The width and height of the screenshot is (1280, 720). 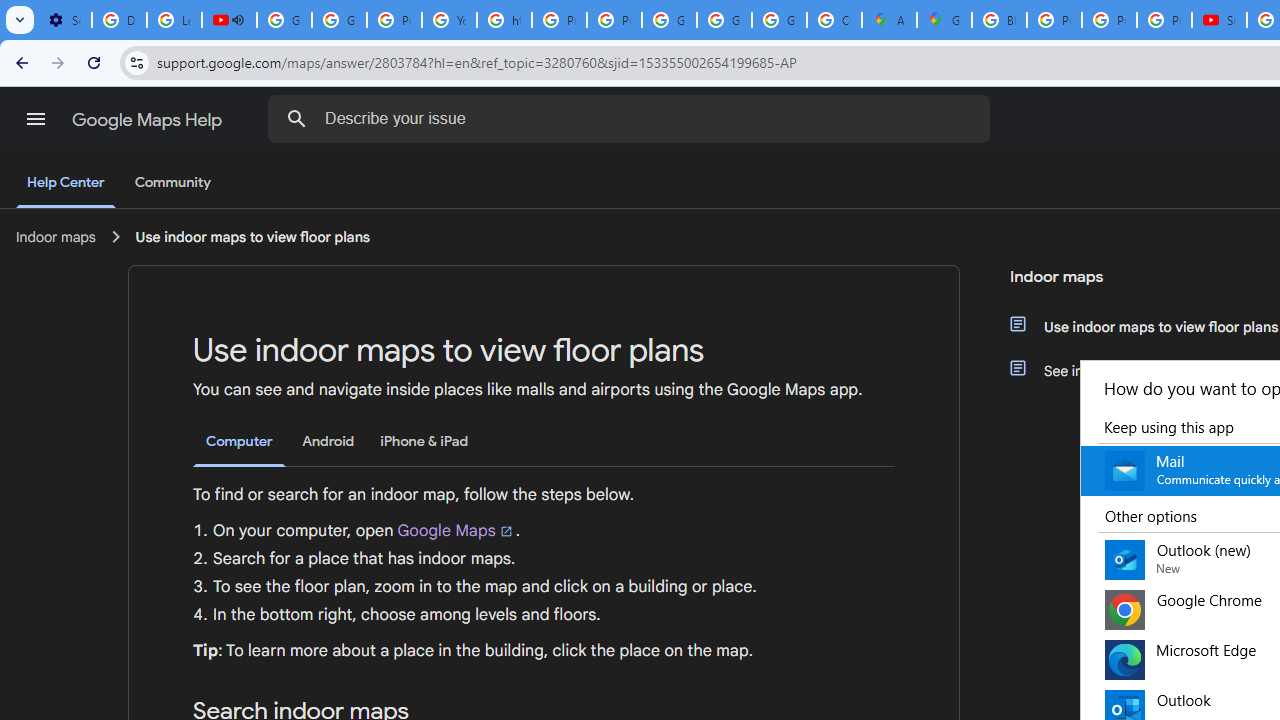 I want to click on 'Android', so click(x=328, y=440).